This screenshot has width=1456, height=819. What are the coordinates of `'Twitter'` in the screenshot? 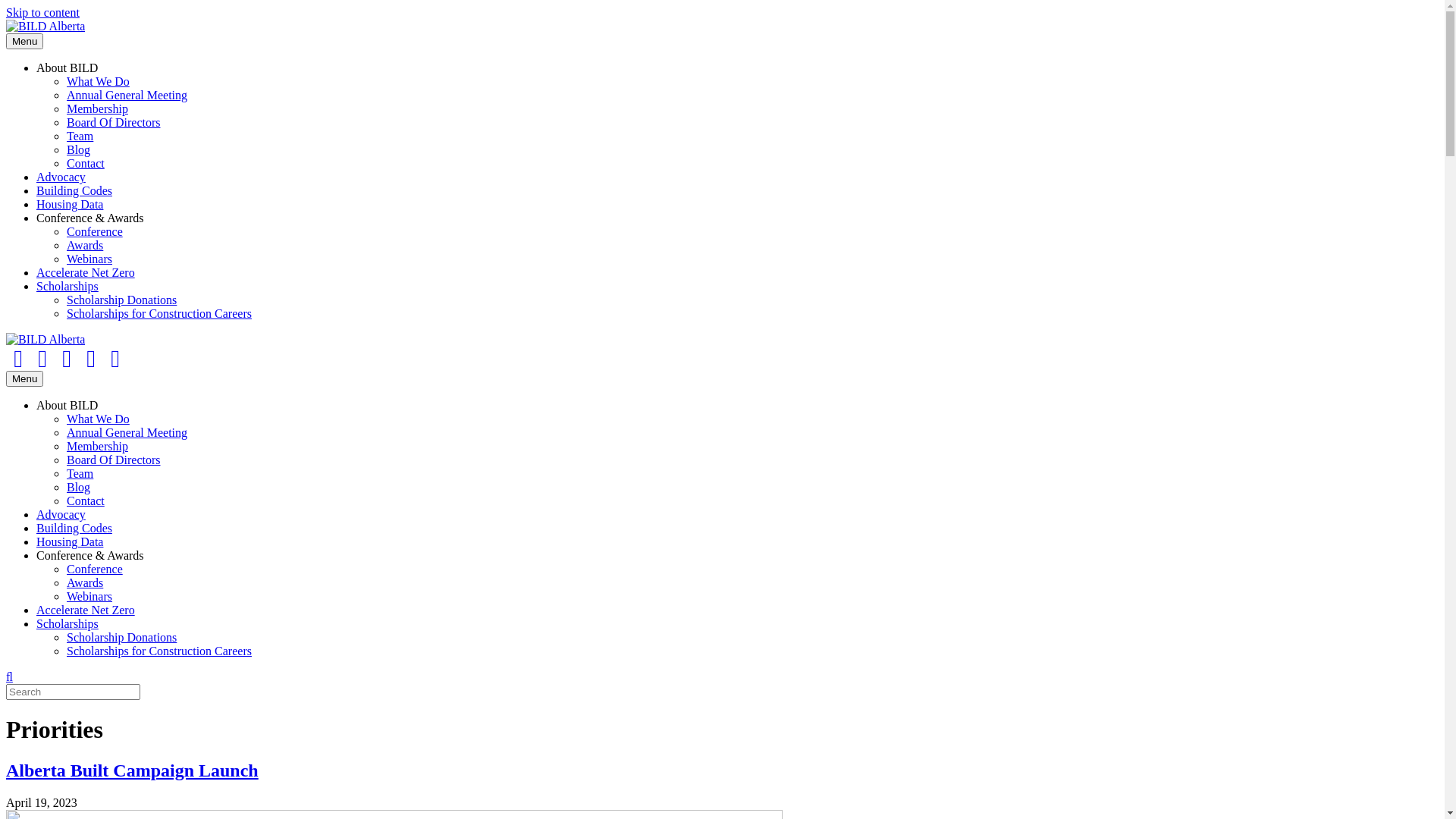 It's located at (42, 359).